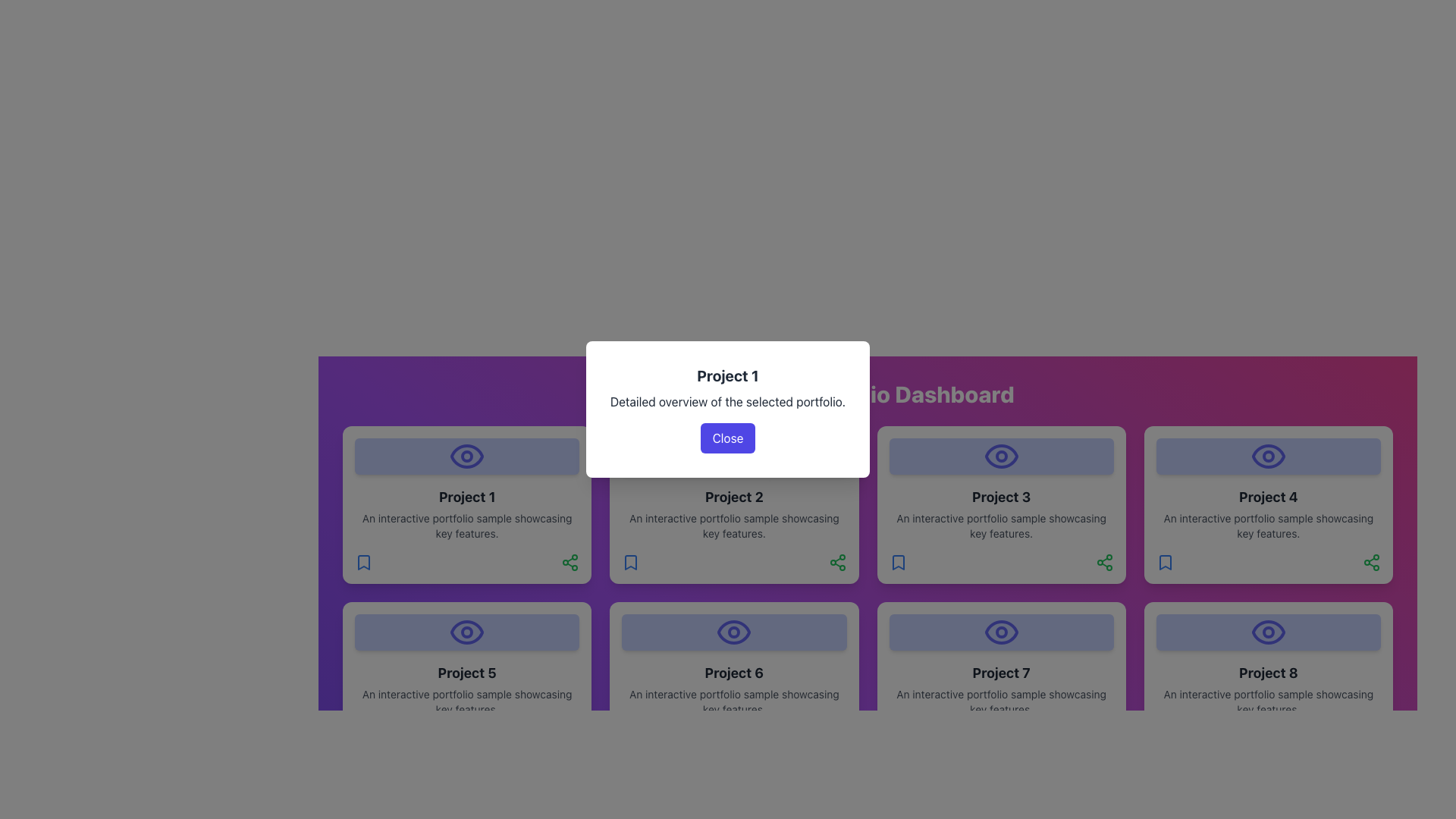 The image size is (1456, 819). What do you see at coordinates (570, 562) in the screenshot?
I see `the green 'share' icon button located at the bottom-right corner of the 'Project 1' card` at bounding box center [570, 562].